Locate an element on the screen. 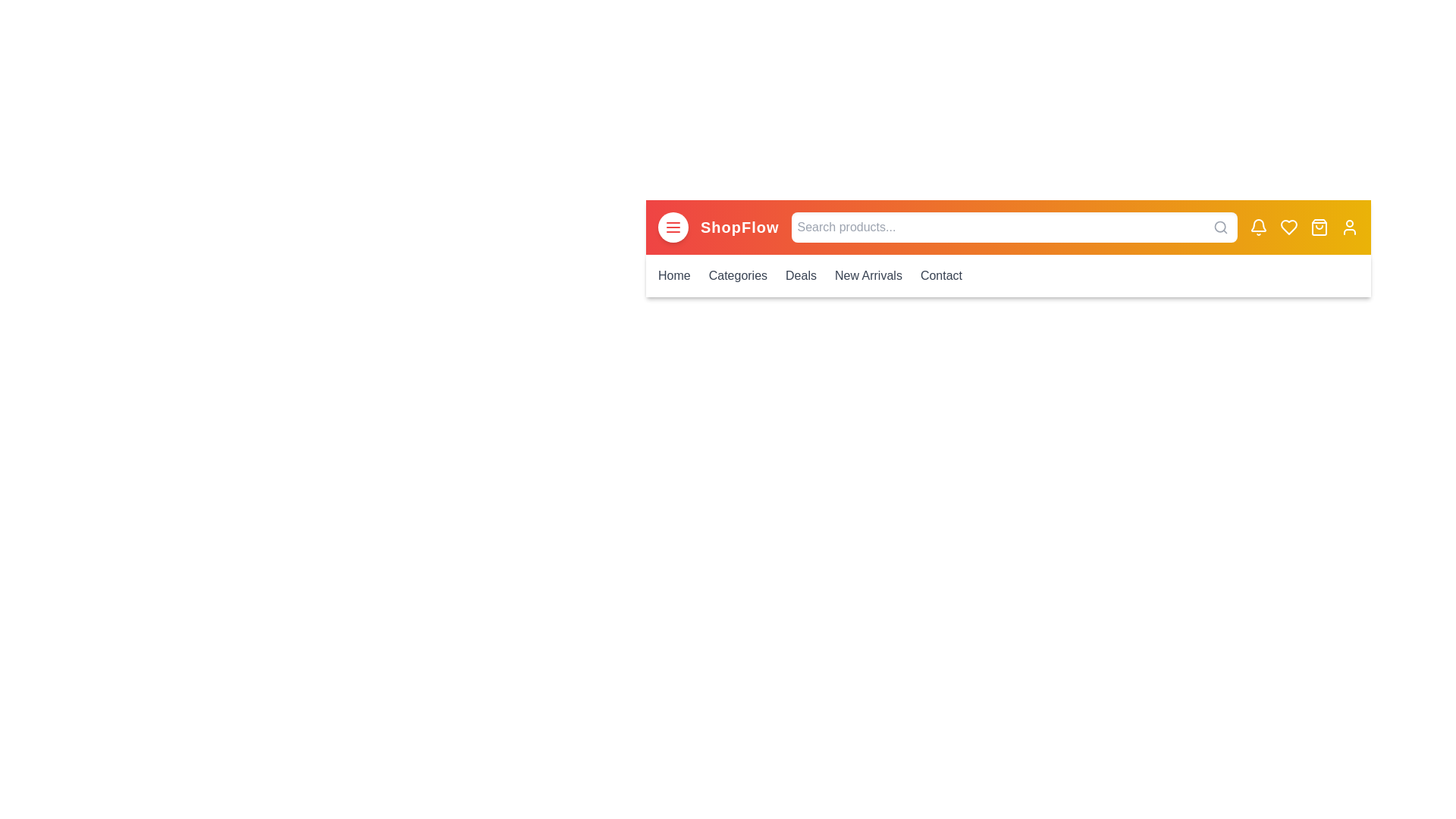 This screenshot has height=819, width=1456. the menu button to toggle the menu visibility is located at coordinates (673, 227).